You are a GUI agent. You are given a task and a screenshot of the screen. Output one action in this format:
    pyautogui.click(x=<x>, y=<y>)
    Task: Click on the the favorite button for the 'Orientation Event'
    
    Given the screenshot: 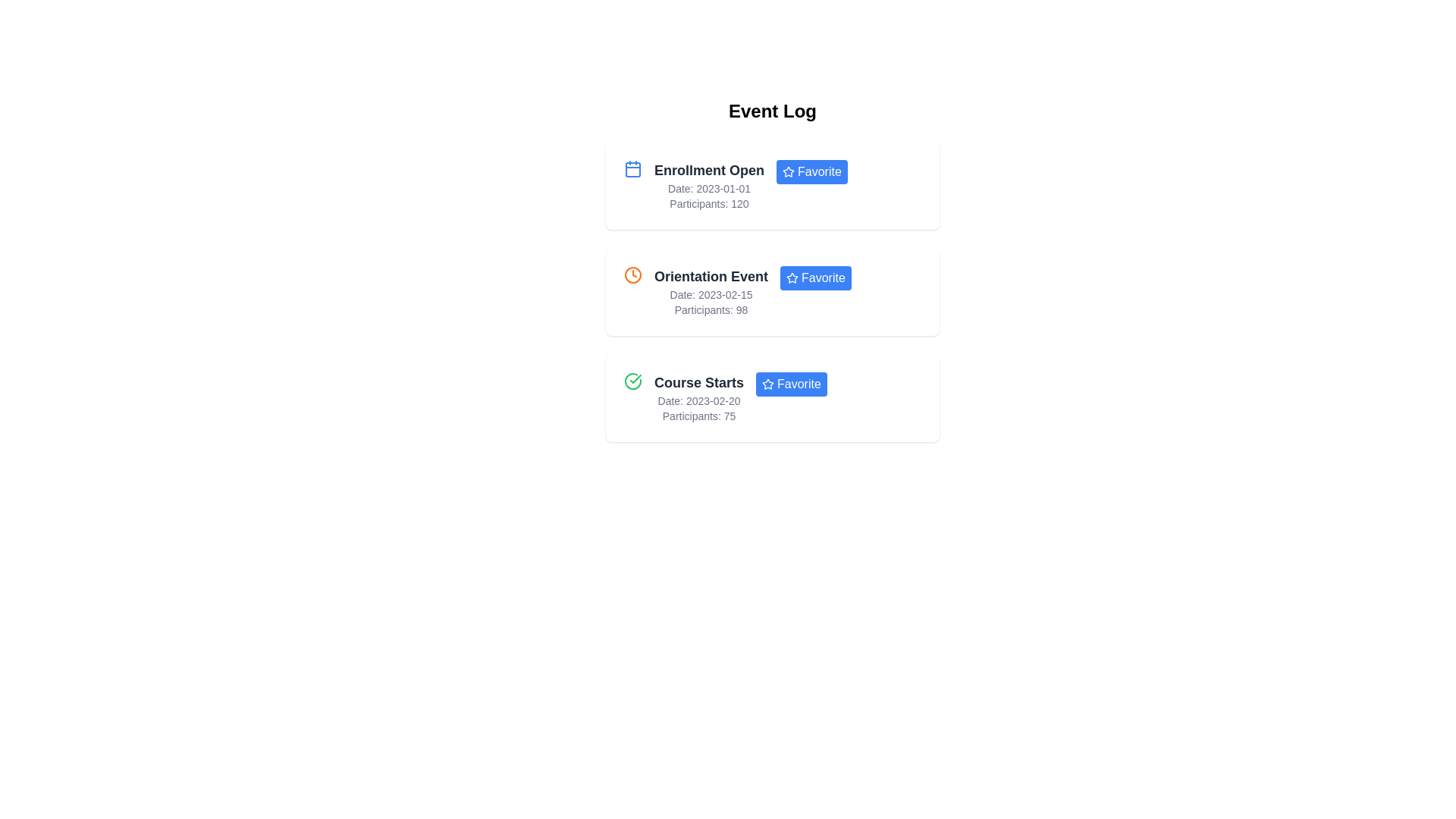 What is the action you would take?
    pyautogui.click(x=814, y=278)
    